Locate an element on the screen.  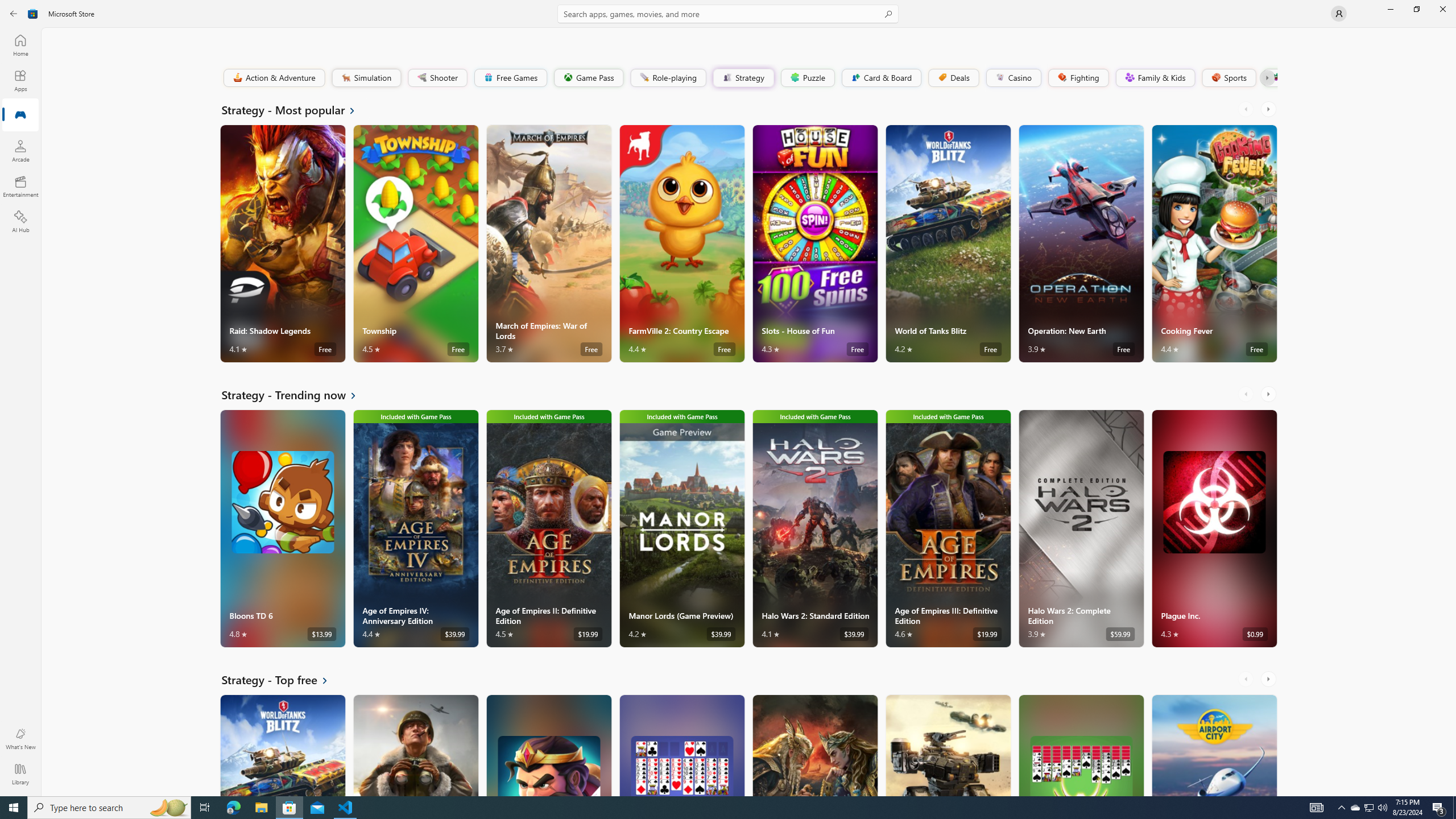
'Shooter' is located at coordinates (436, 77).